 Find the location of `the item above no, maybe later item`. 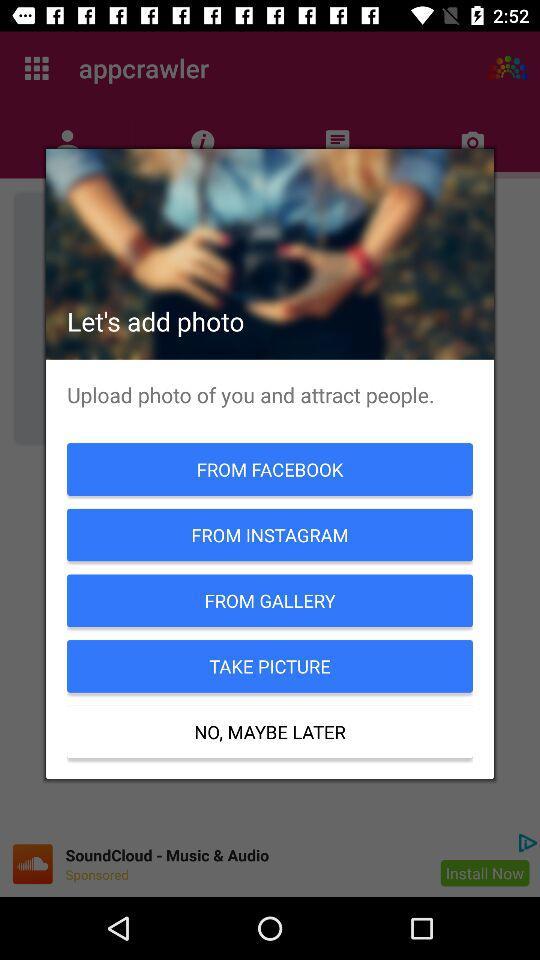

the item above no, maybe later item is located at coordinates (270, 666).